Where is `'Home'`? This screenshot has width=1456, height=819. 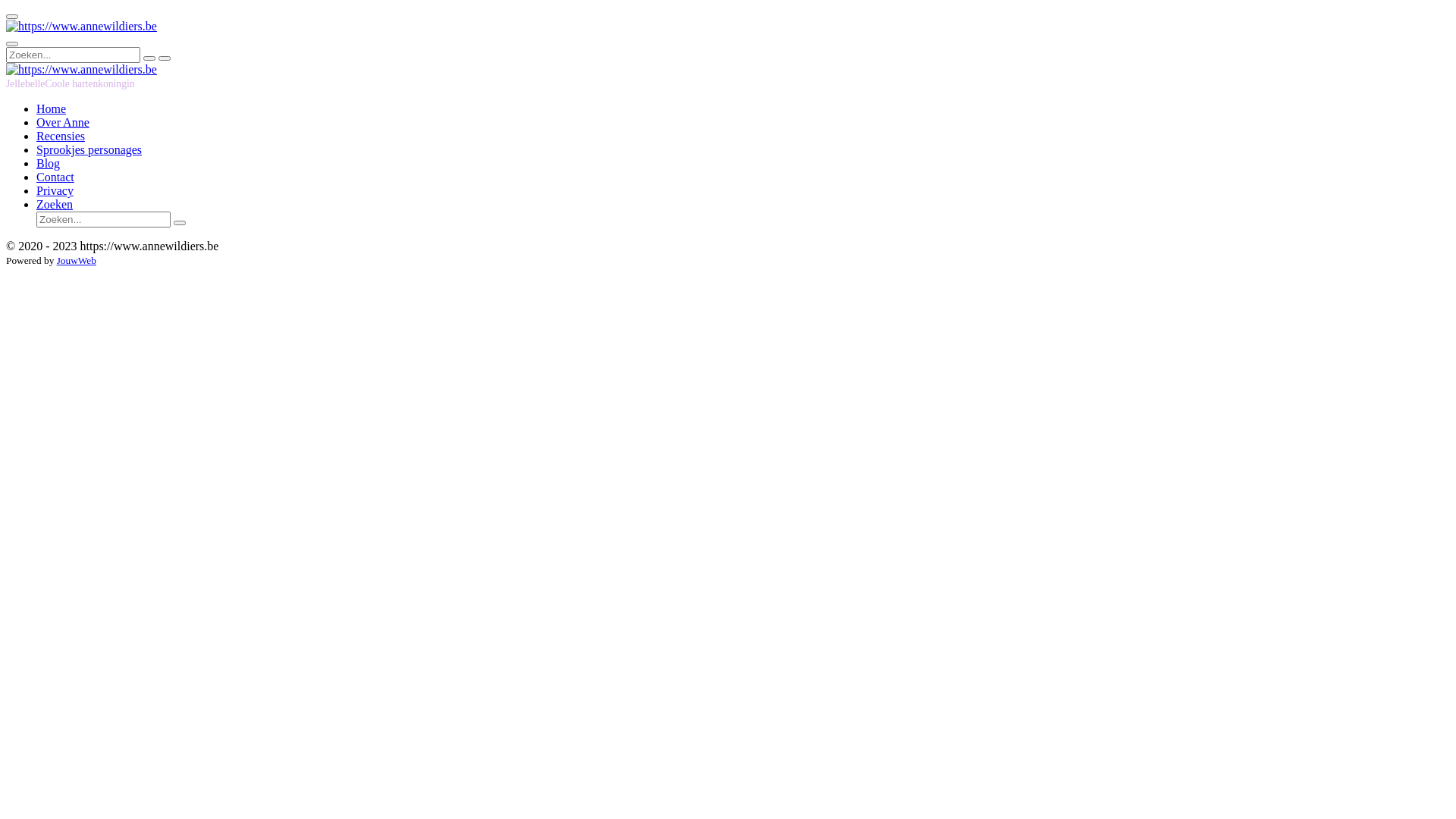 'Home' is located at coordinates (51, 108).